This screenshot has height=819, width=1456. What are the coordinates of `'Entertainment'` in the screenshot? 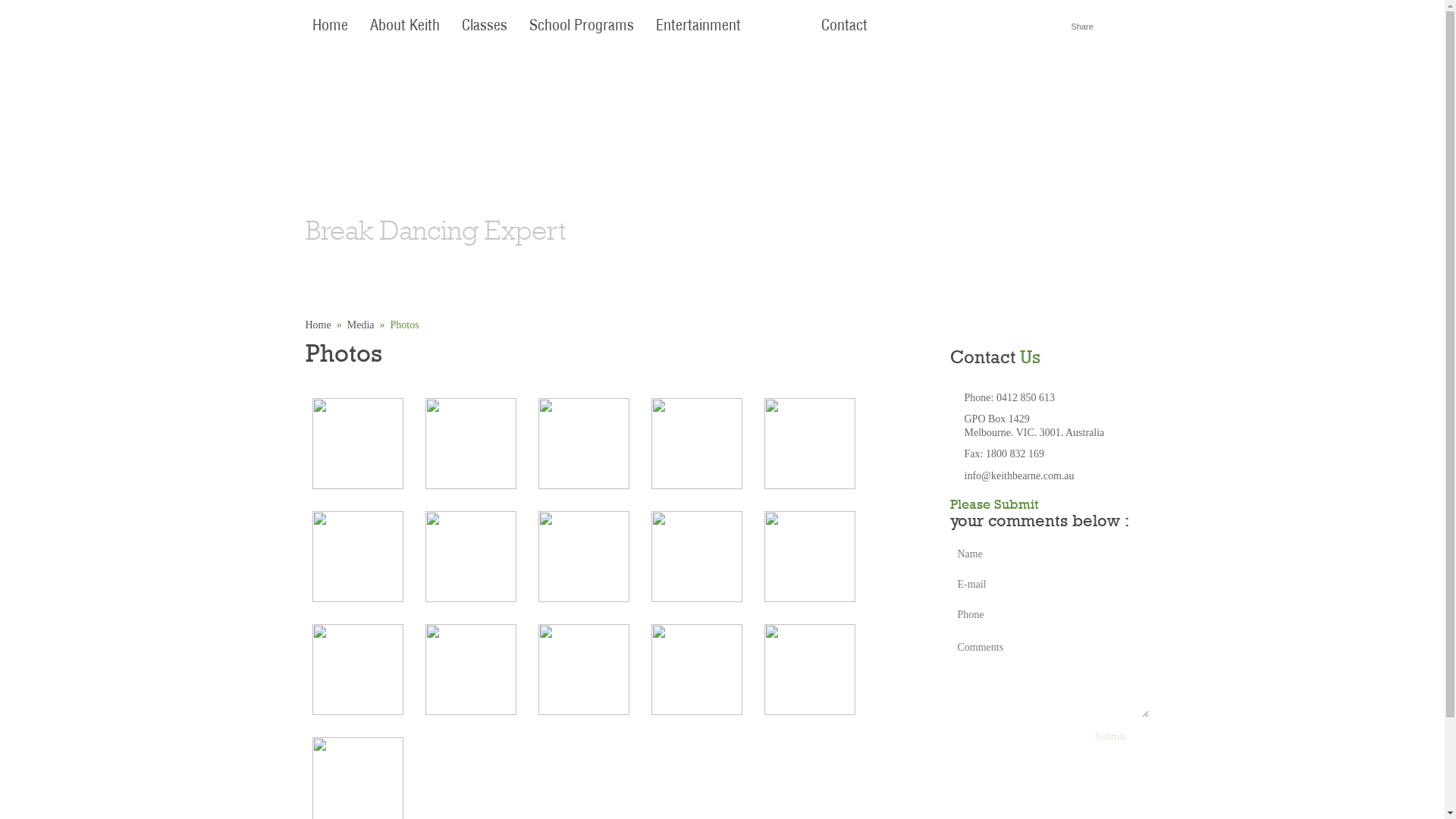 It's located at (698, 26).